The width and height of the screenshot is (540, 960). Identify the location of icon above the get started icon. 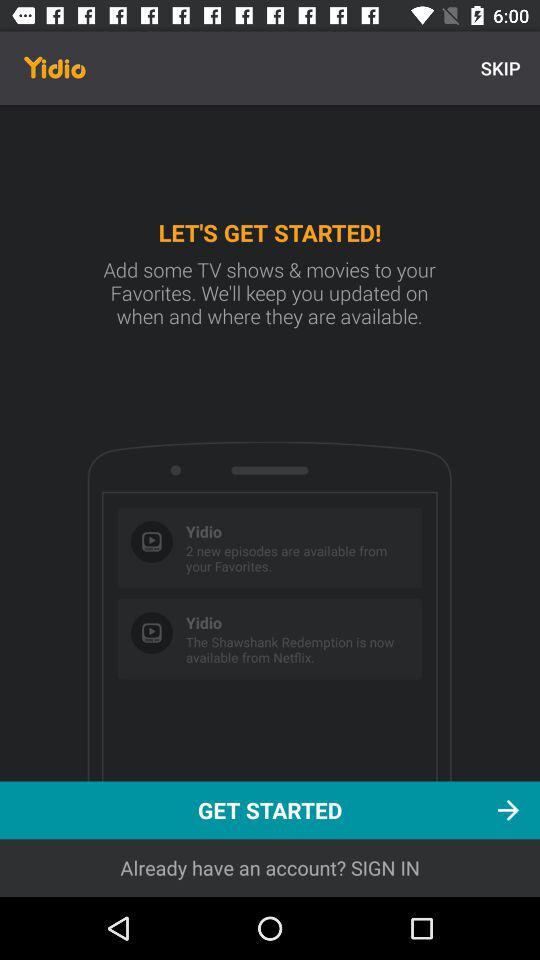
(499, 68).